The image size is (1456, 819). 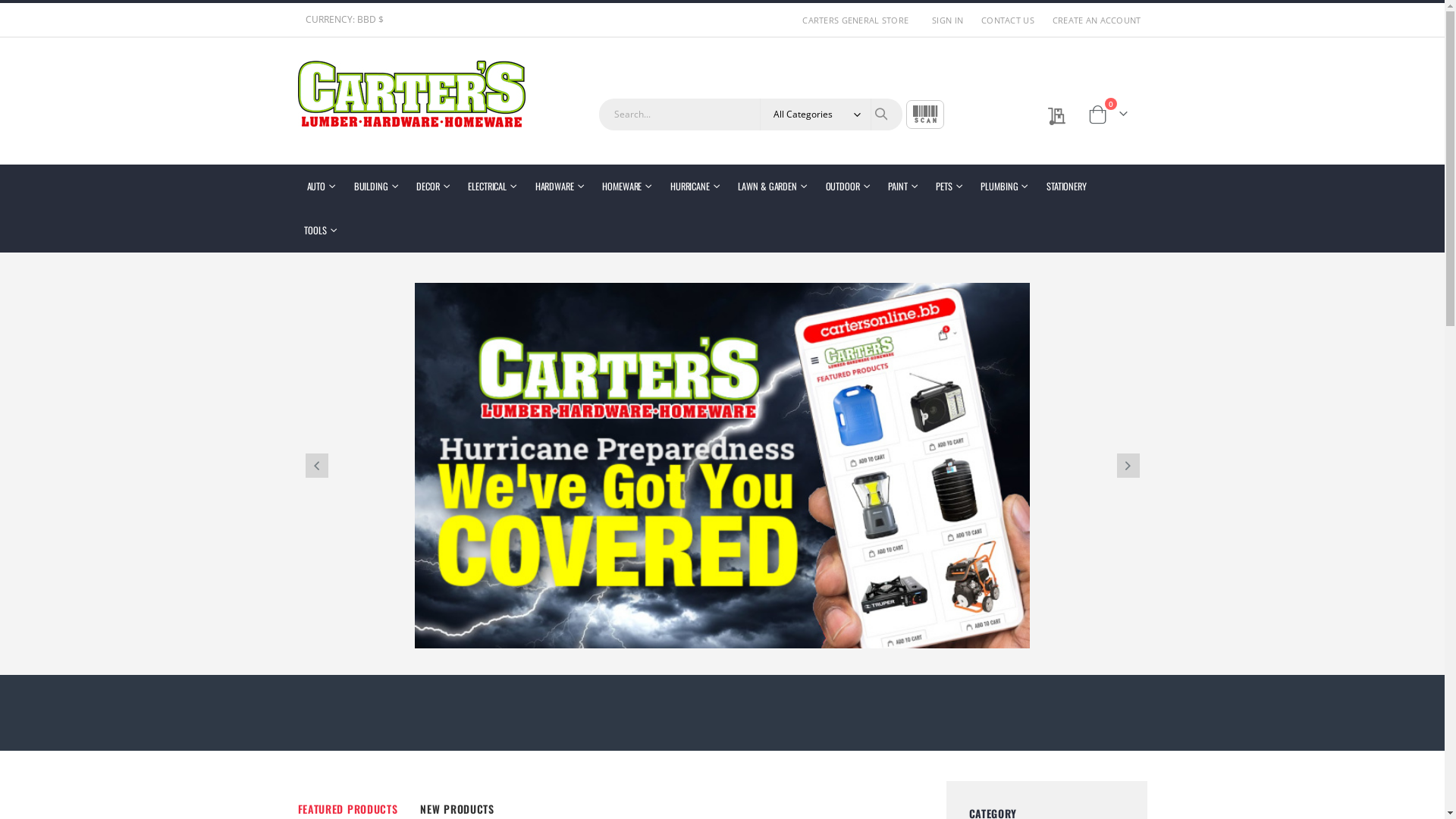 What do you see at coordinates (297, 186) in the screenshot?
I see `'AUTO'` at bounding box center [297, 186].